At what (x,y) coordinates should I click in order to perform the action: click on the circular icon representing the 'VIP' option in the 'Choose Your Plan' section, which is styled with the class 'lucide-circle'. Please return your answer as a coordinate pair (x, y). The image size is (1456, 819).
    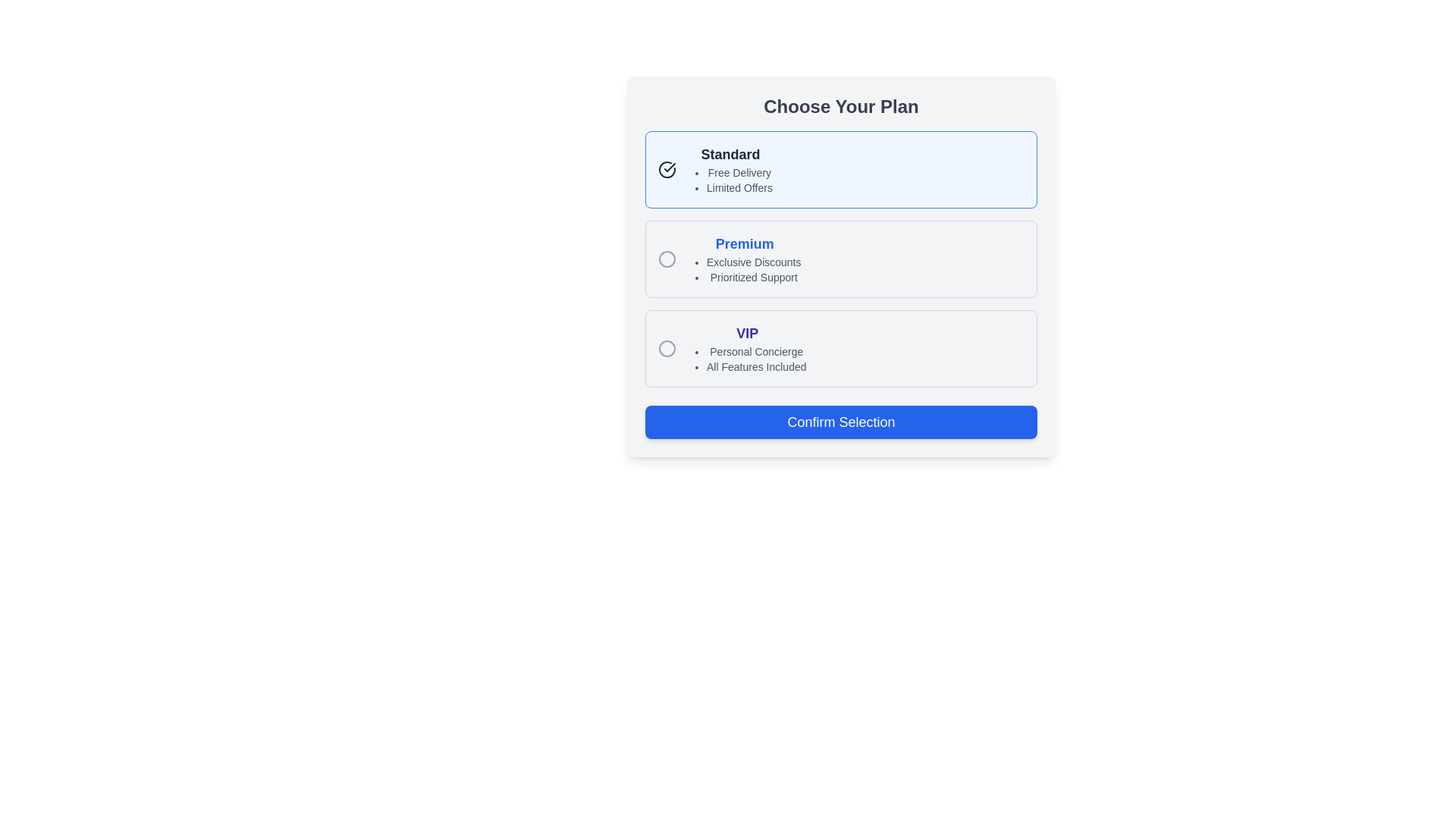
    Looking at the image, I should click on (667, 348).